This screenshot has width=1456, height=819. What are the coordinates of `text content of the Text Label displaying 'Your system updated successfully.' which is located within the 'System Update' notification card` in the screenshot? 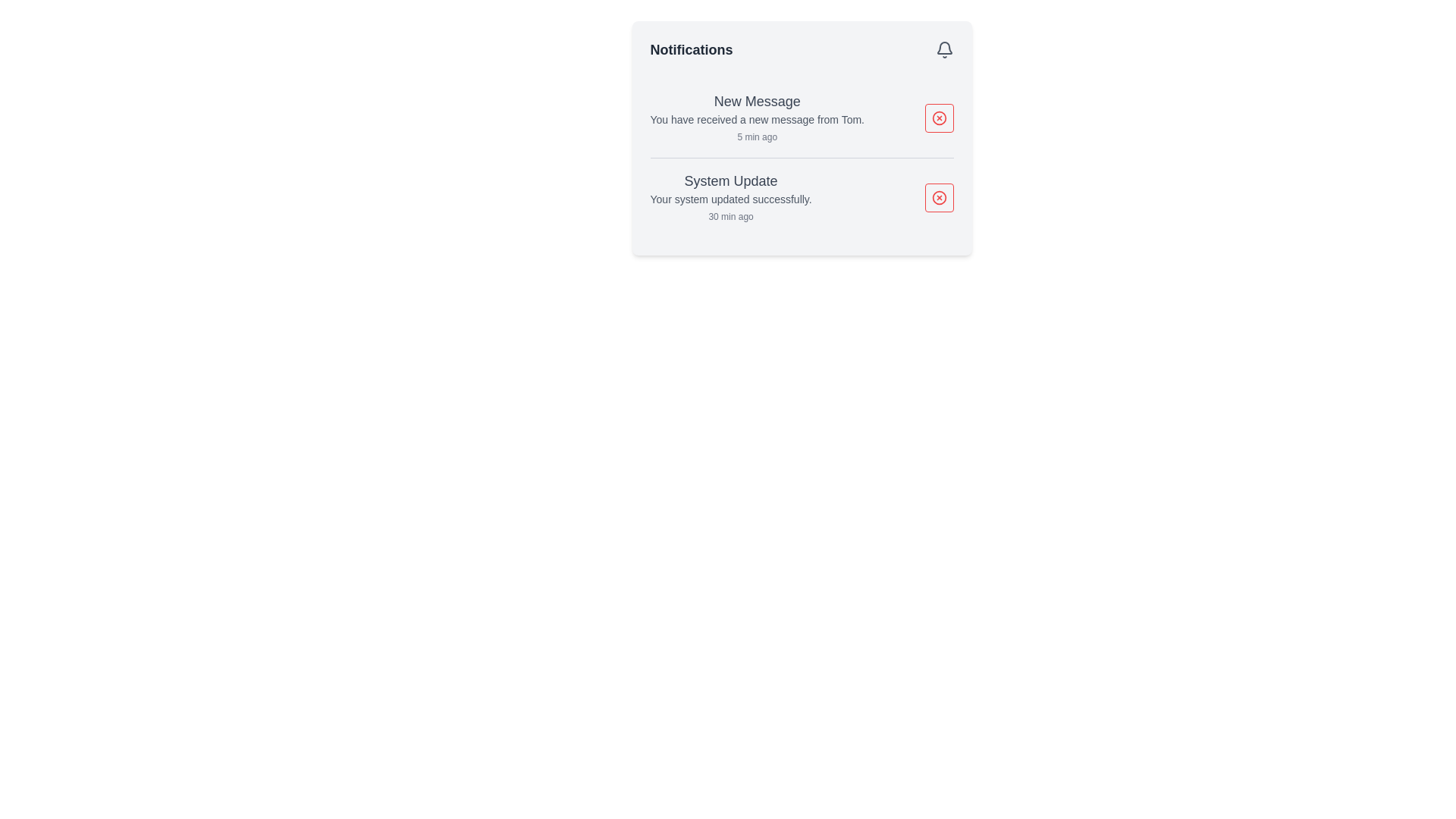 It's located at (731, 198).